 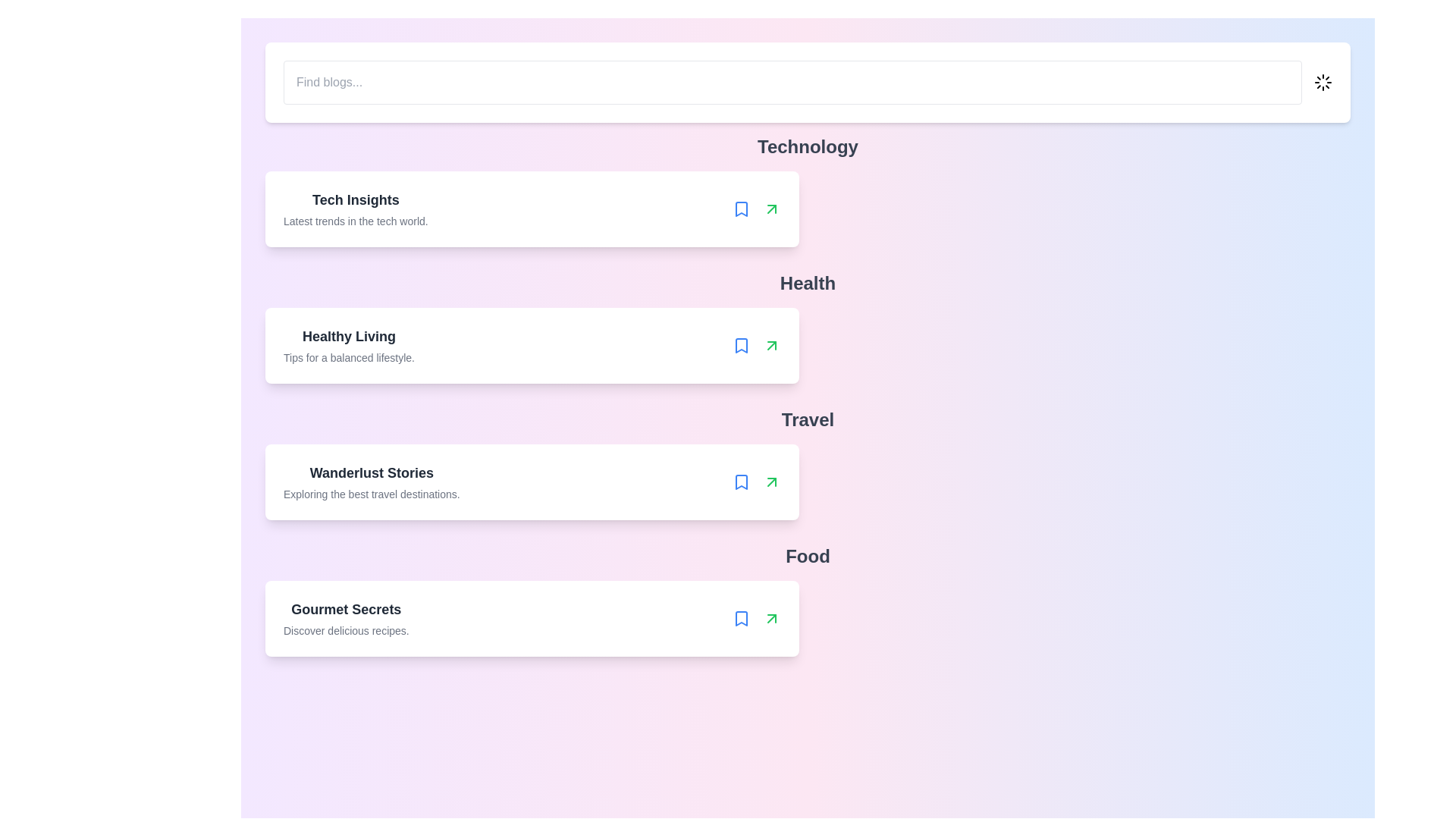 What do you see at coordinates (756, 619) in the screenshot?
I see `the green arrow icon in the cluster located at the far right side of the 'Gourmet Secrets' card` at bounding box center [756, 619].